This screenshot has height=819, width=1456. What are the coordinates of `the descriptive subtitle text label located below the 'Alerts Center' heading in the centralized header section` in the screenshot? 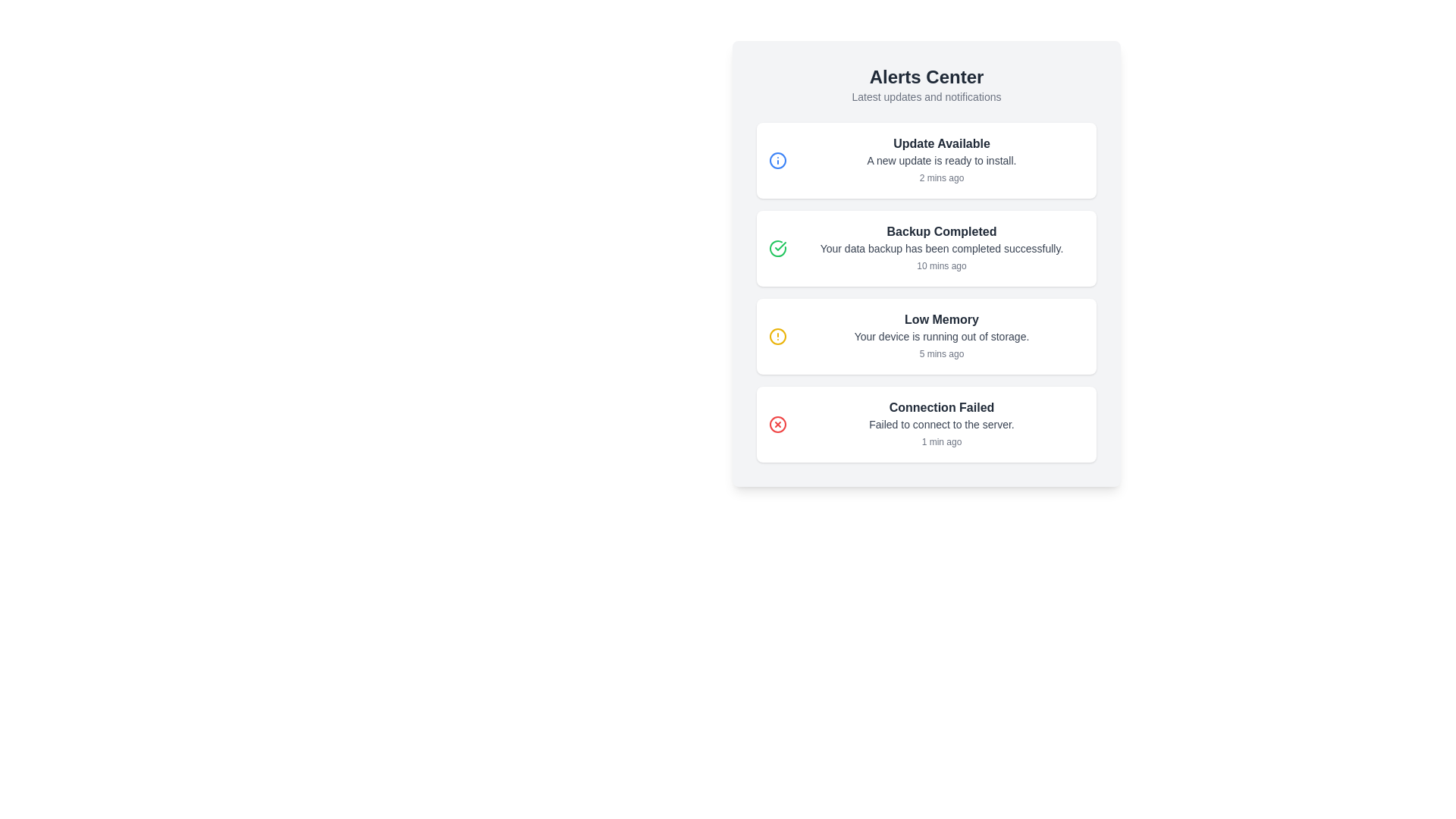 It's located at (926, 96).